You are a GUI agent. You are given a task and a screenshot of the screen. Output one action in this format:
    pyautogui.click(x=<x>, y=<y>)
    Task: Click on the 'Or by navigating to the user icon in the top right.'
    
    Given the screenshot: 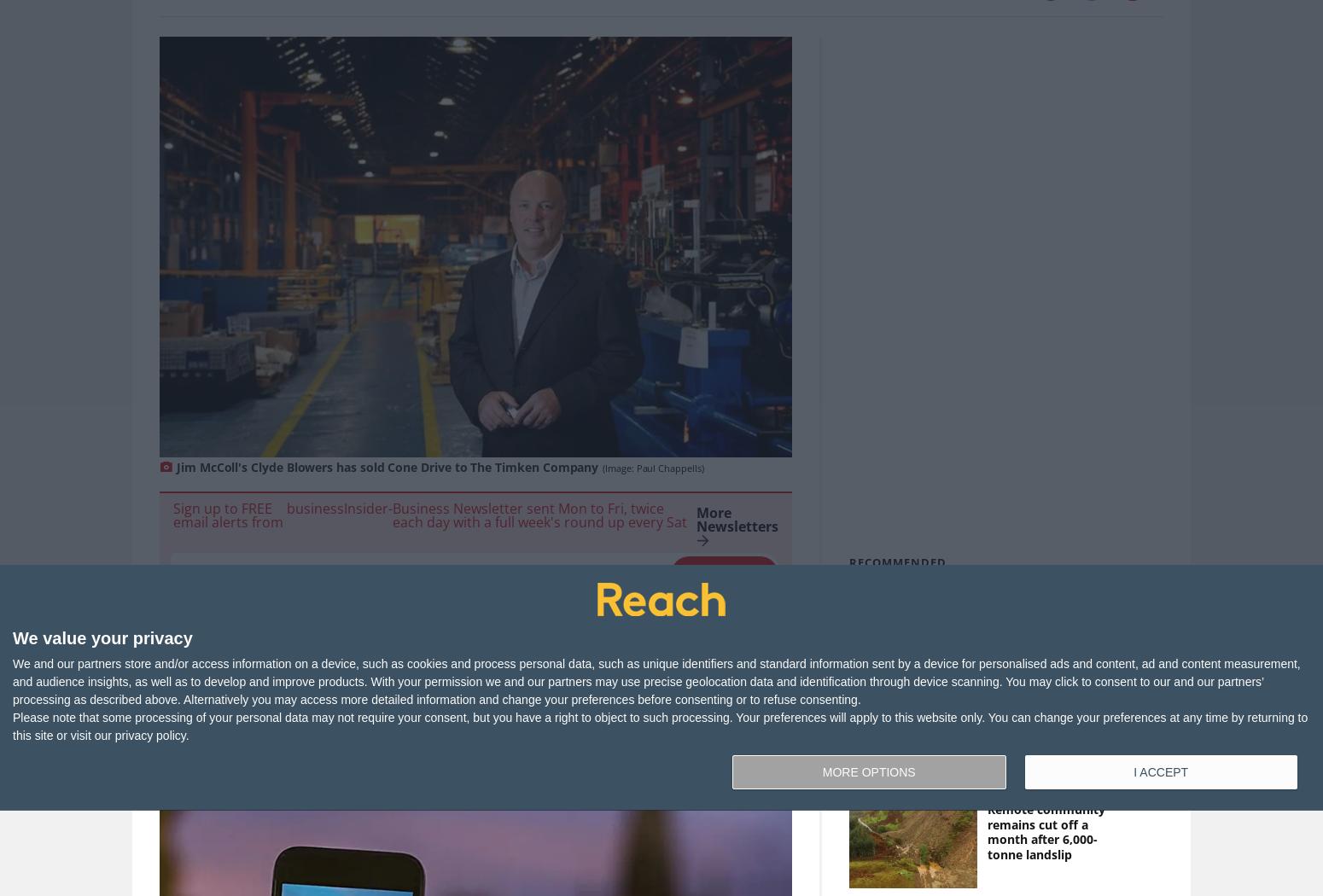 What is the action you would take?
    pyautogui.click(x=656, y=745)
    